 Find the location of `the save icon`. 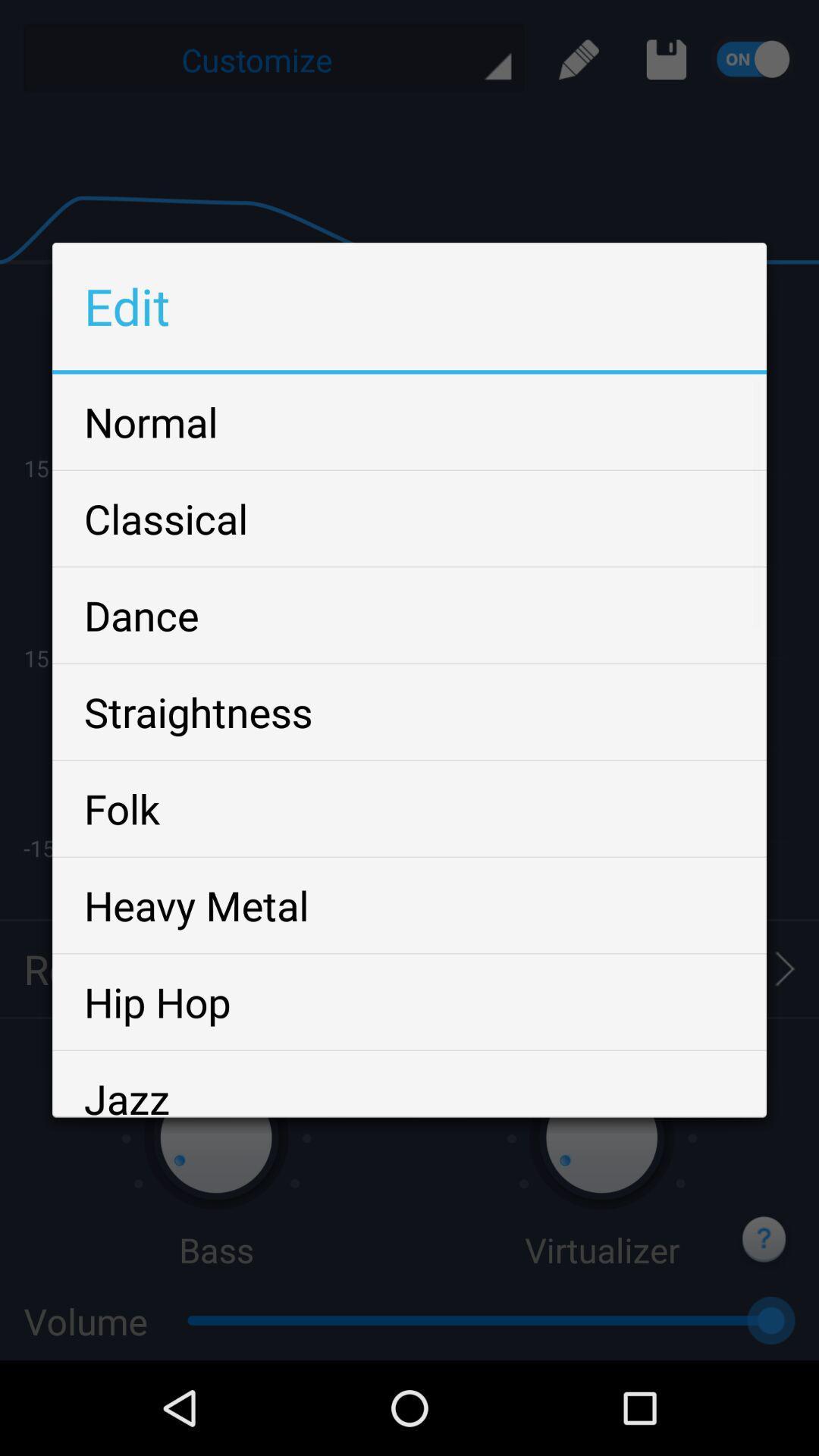

the save icon is located at coordinates (666, 63).